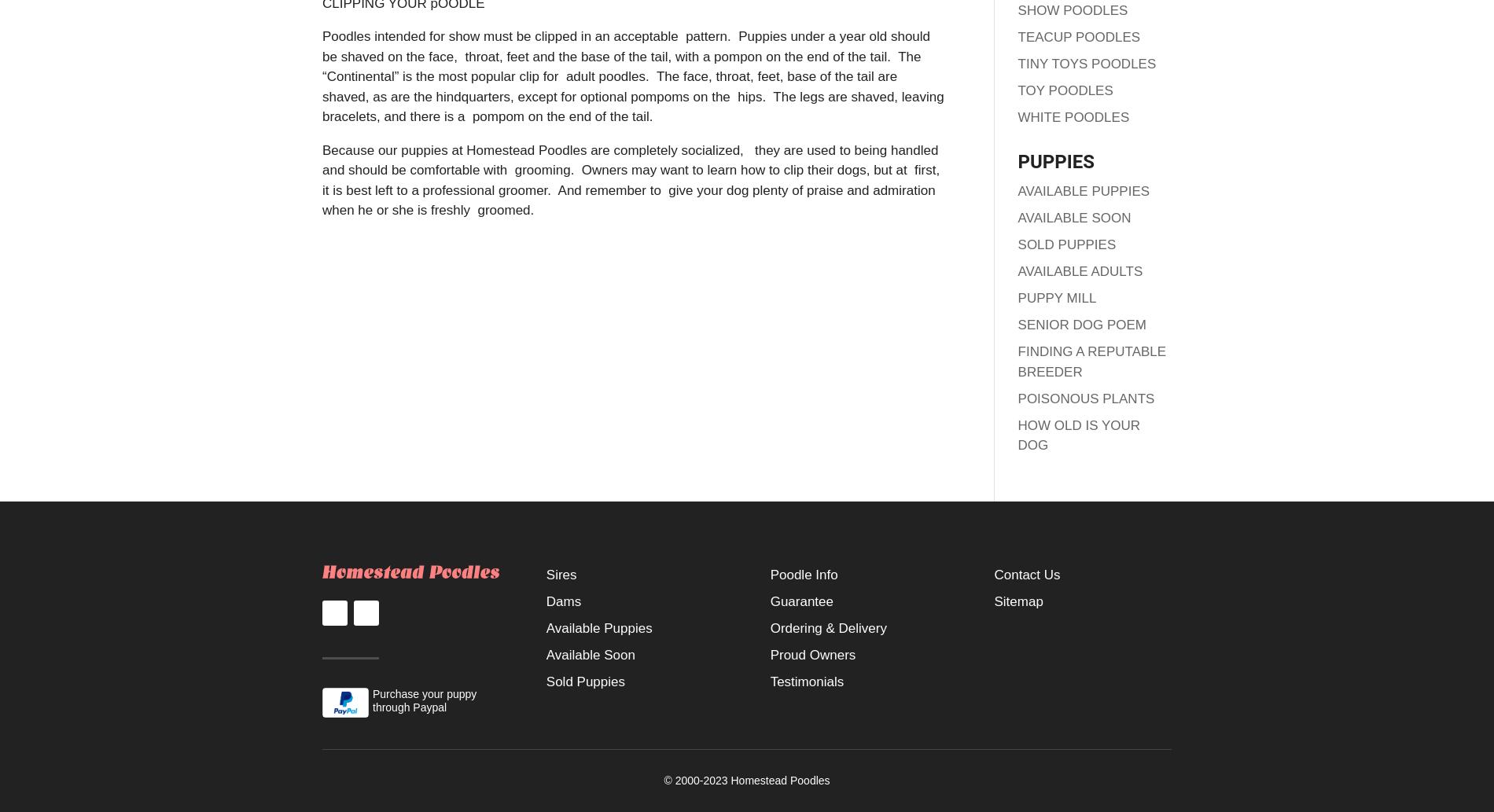  What do you see at coordinates (630, 179) in the screenshot?
I see `'Because our puppies at Homestead Poodles are completely socialized,   they are used to being handled and should be comfortable with  grooming.  Owners may want to learn how to clip their dogs, but at  first, it is best left to a professional groomer.  And remember to  give your dog plenty of praise and admiration when he or she is freshly  groomed.'` at bounding box center [630, 179].